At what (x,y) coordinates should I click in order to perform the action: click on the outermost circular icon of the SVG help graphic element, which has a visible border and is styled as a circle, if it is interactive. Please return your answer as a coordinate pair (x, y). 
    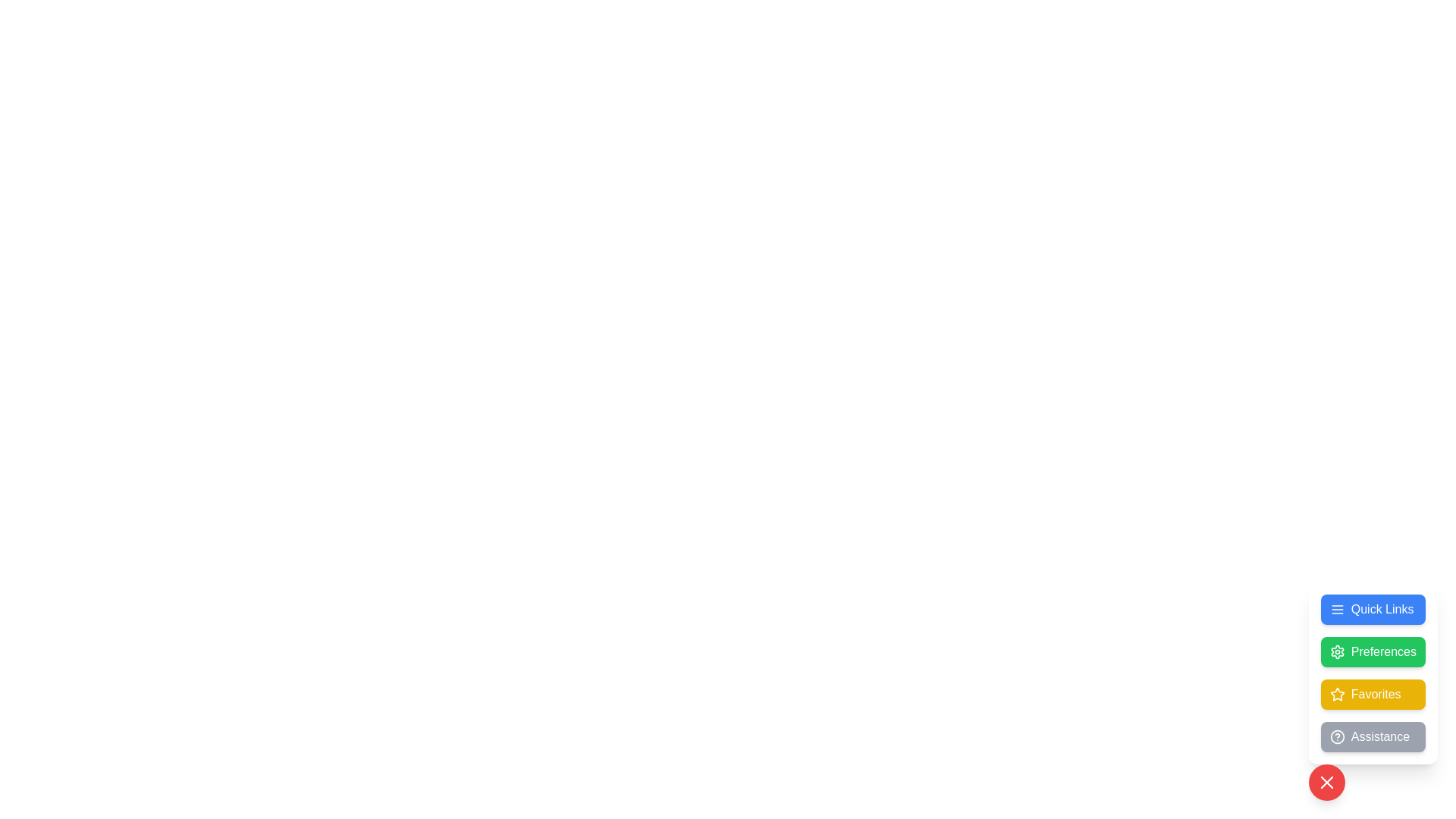
    Looking at the image, I should click on (1337, 736).